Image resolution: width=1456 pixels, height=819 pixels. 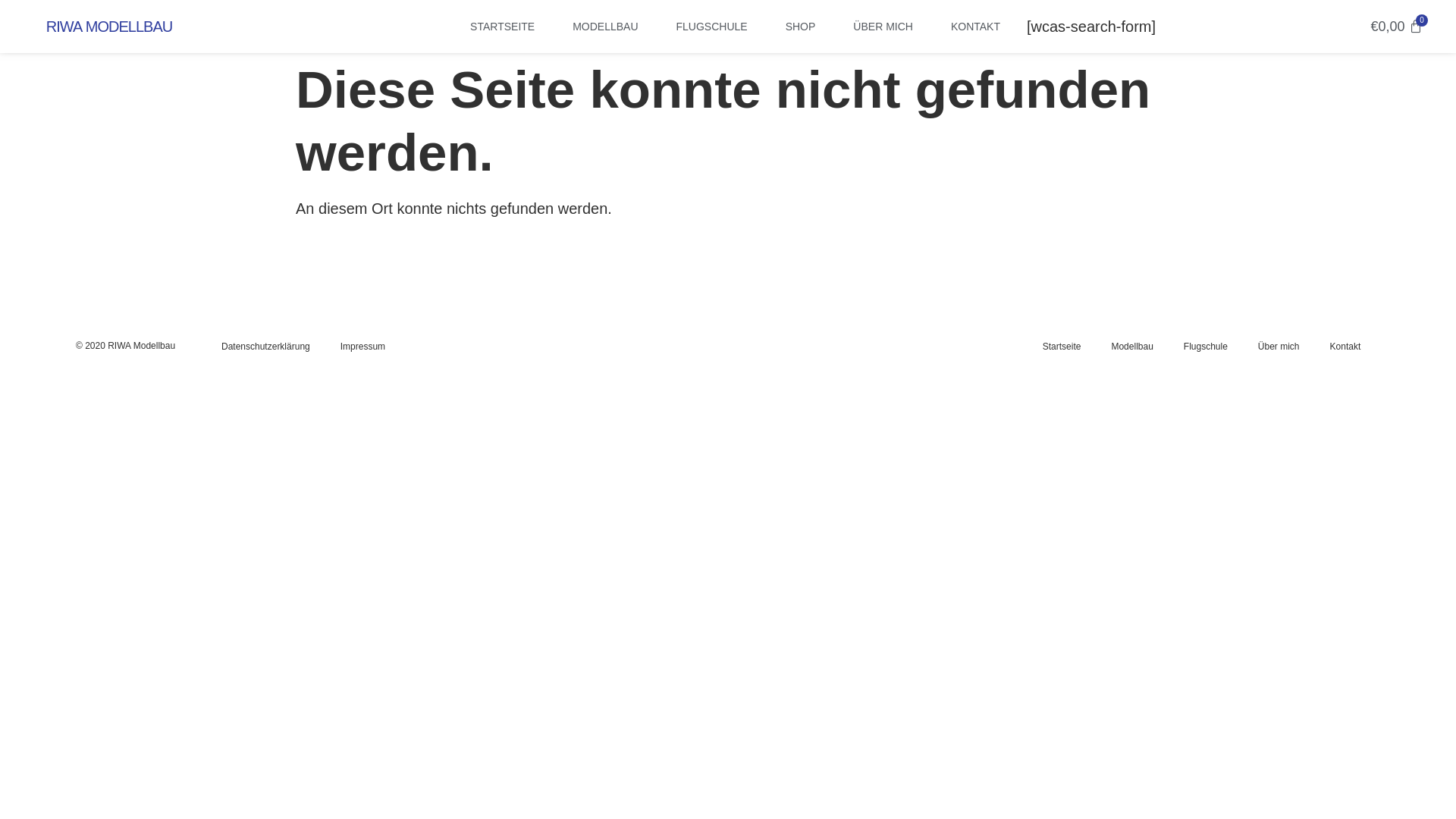 I want to click on 'KONTAKT', so click(x=975, y=26).